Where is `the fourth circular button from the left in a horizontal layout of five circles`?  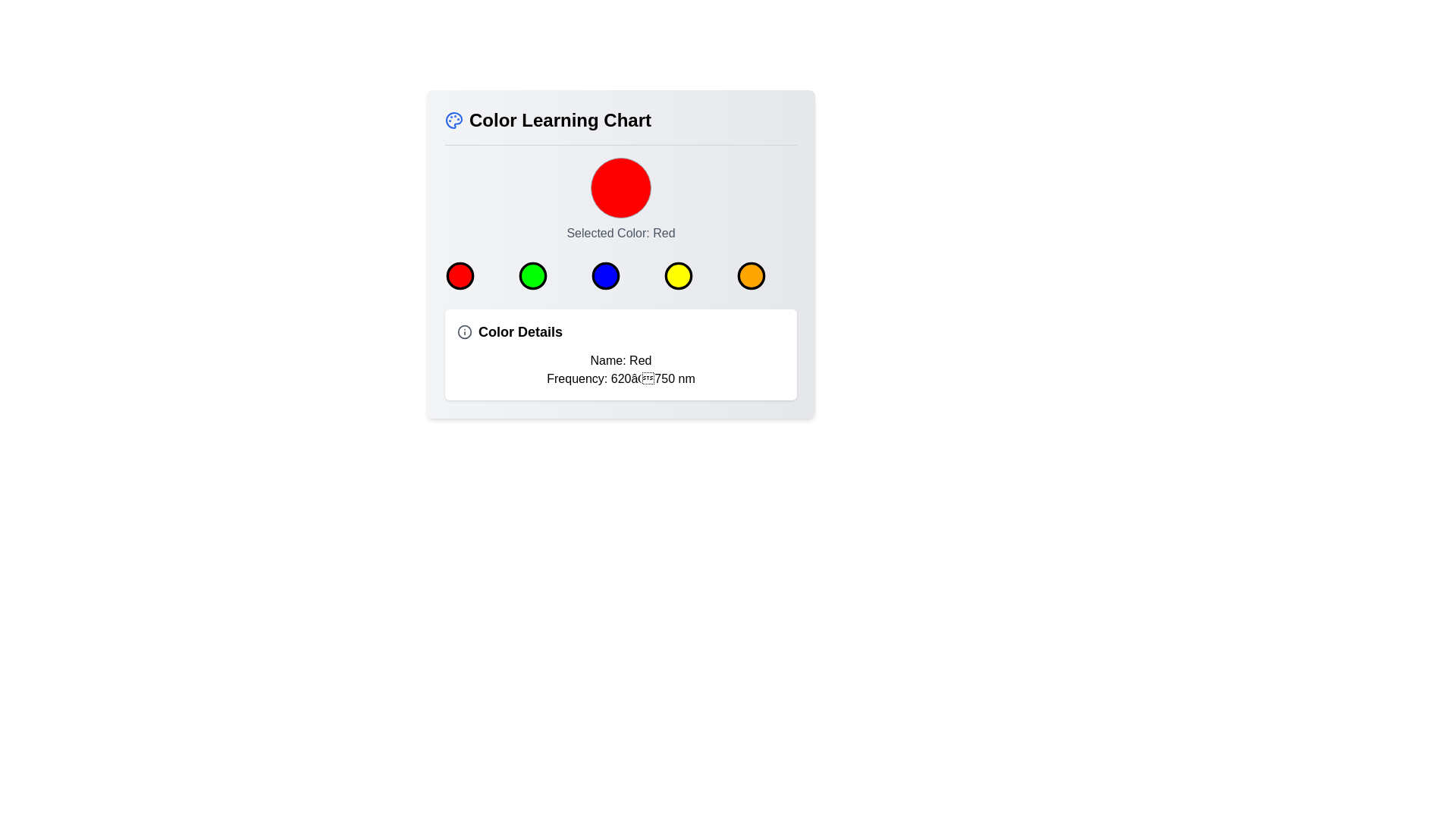
the fourth circular button from the left in a horizontal layout of five circles is located at coordinates (677, 275).